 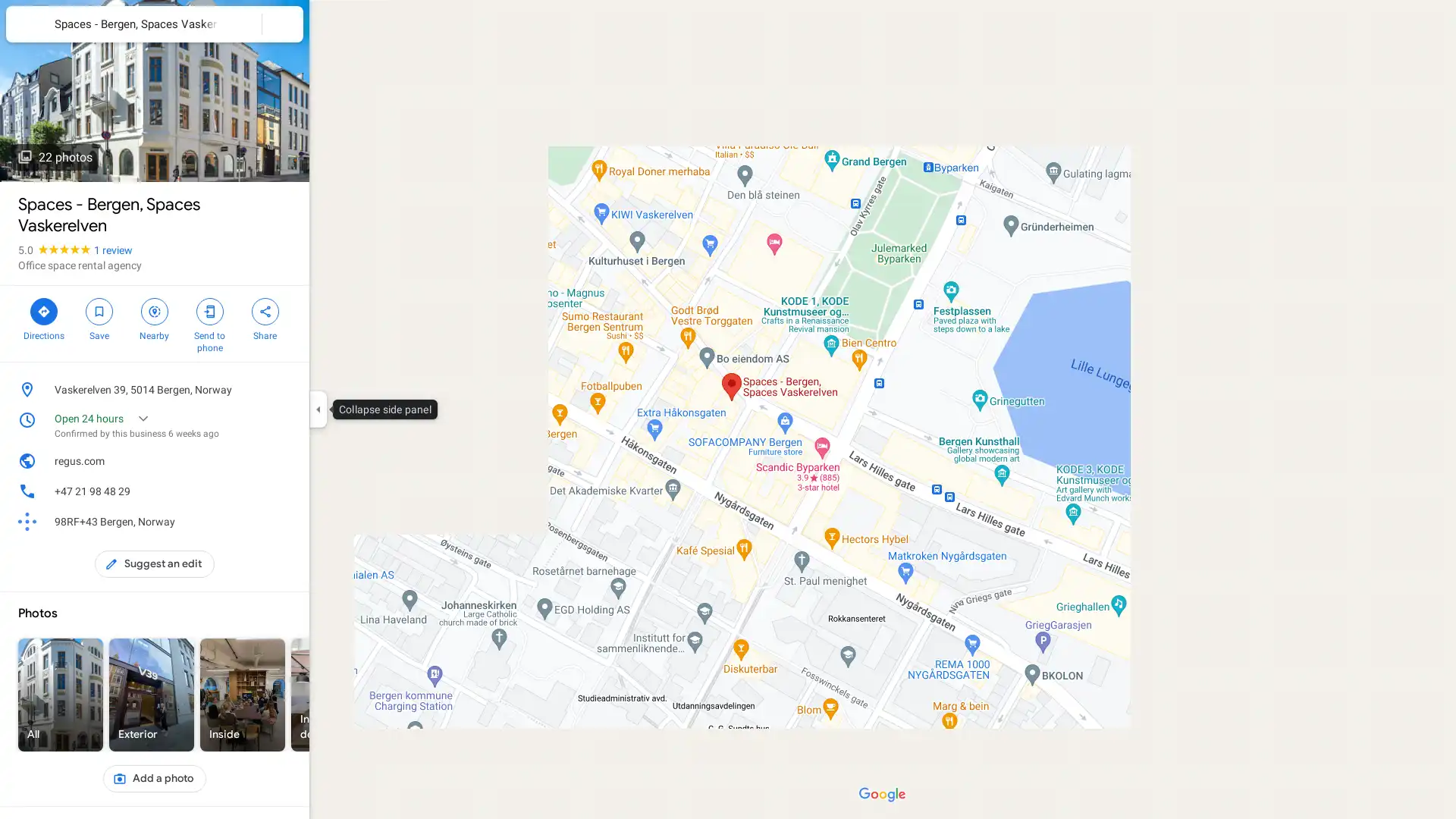 I want to click on All, so click(x=61, y=695).